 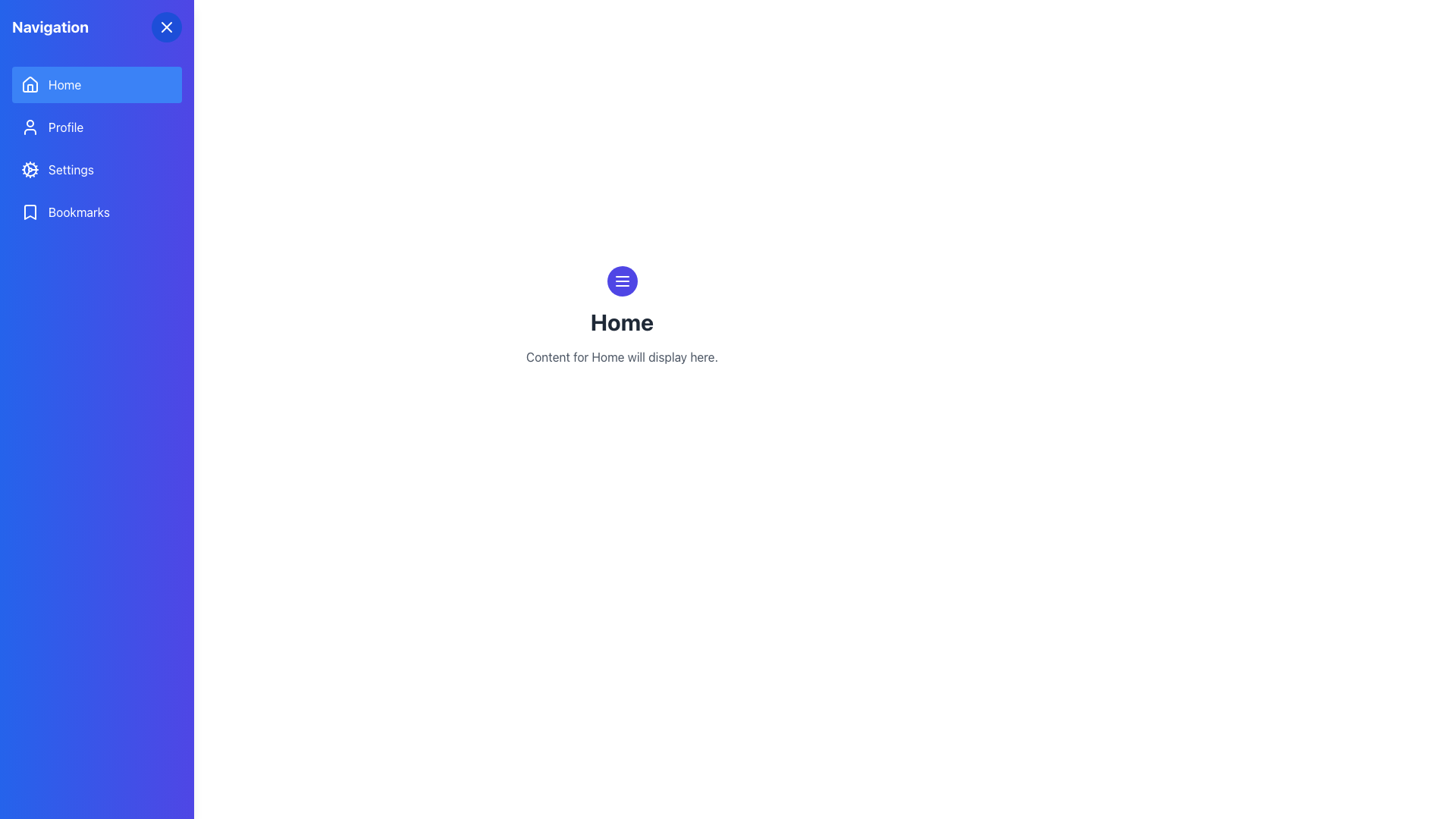 What do you see at coordinates (622, 356) in the screenshot?
I see `text displayed below the 'Home' title in the center of the main content area, which serves as a placeholder message indicating that content related to 'Home' will appear in this section` at bounding box center [622, 356].